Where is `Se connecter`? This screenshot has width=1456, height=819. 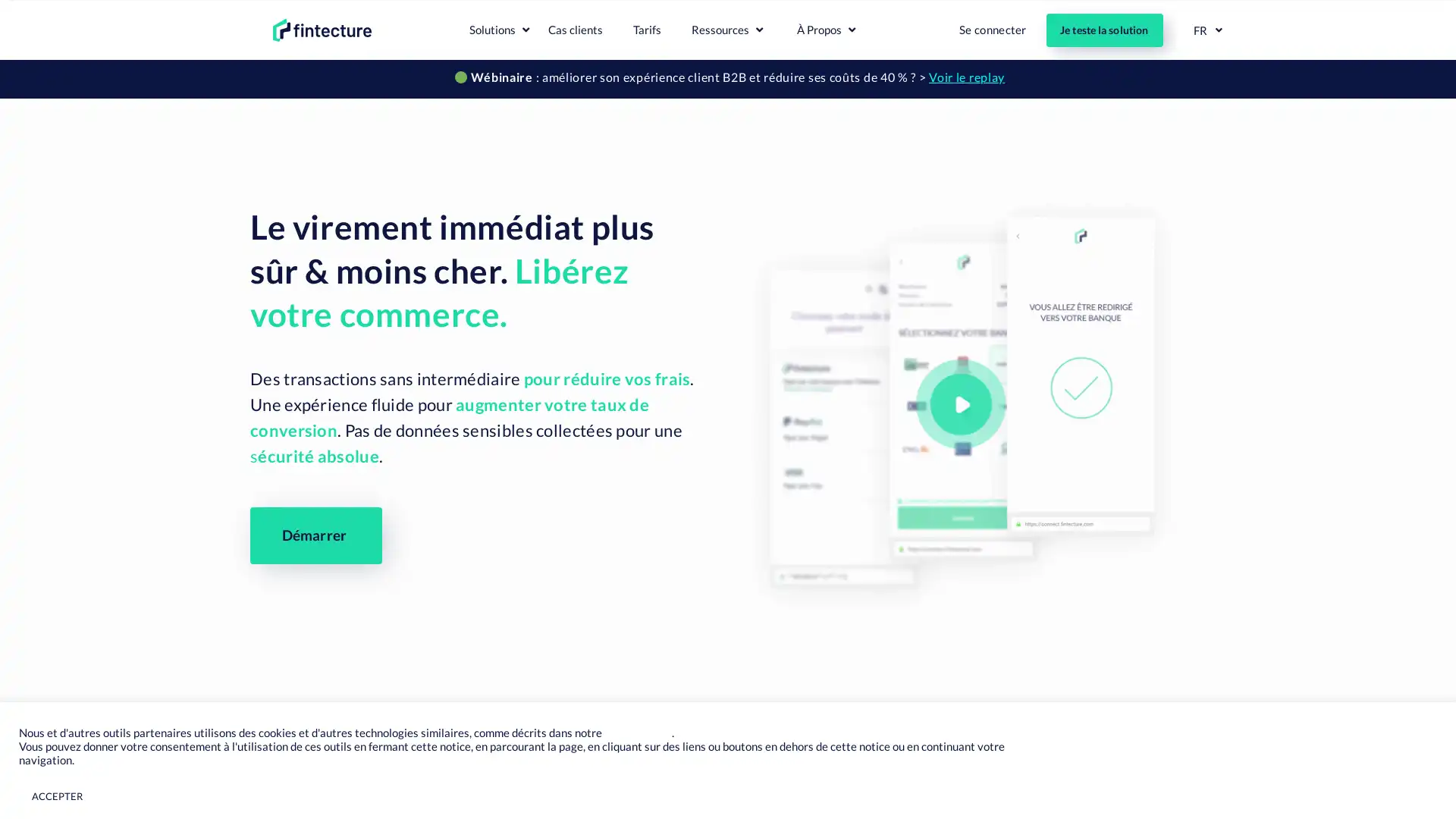 Se connecter is located at coordinates (993, 29).